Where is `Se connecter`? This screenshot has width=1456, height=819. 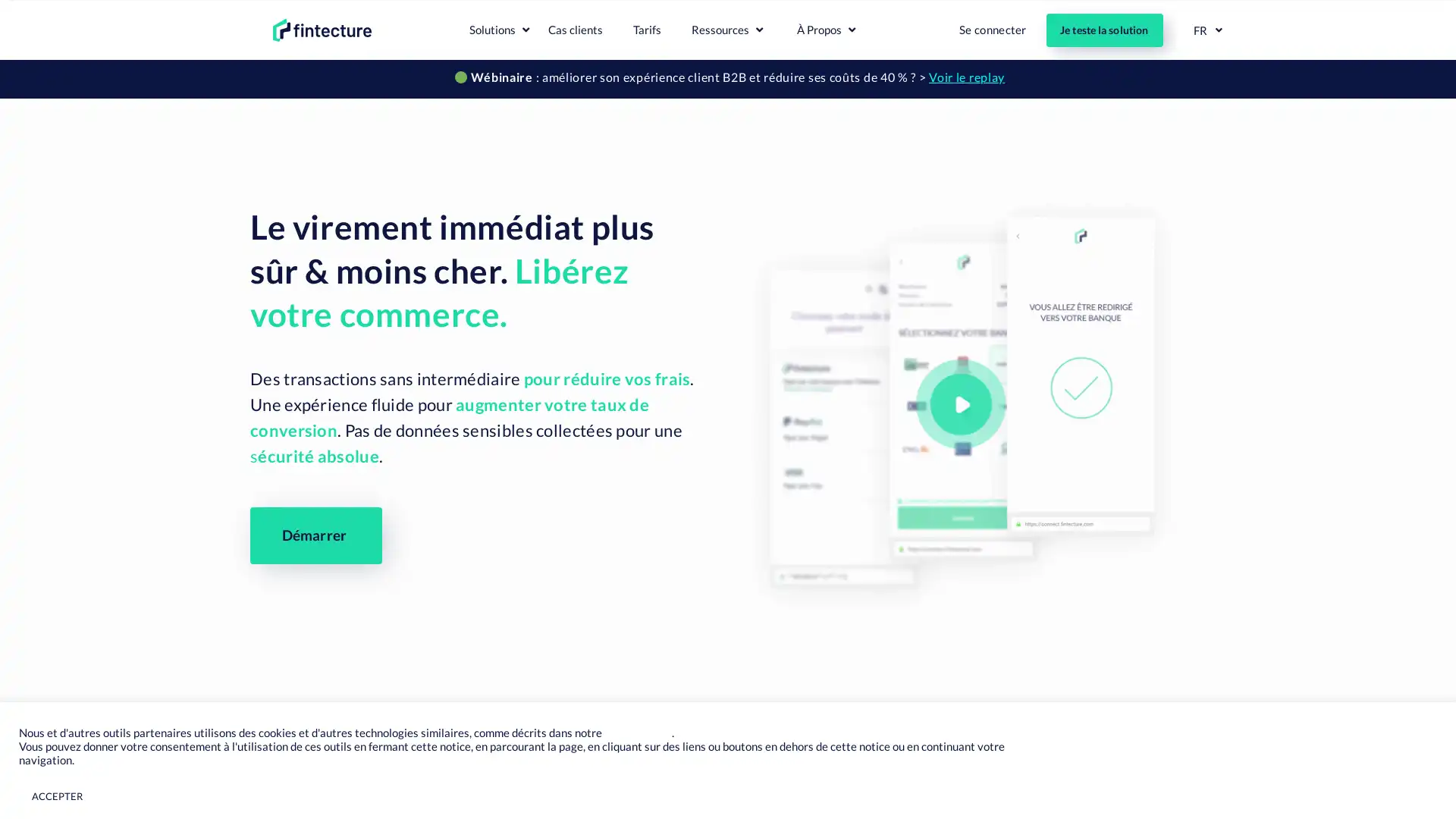 Se connecter is located at coordinates (993, 29).